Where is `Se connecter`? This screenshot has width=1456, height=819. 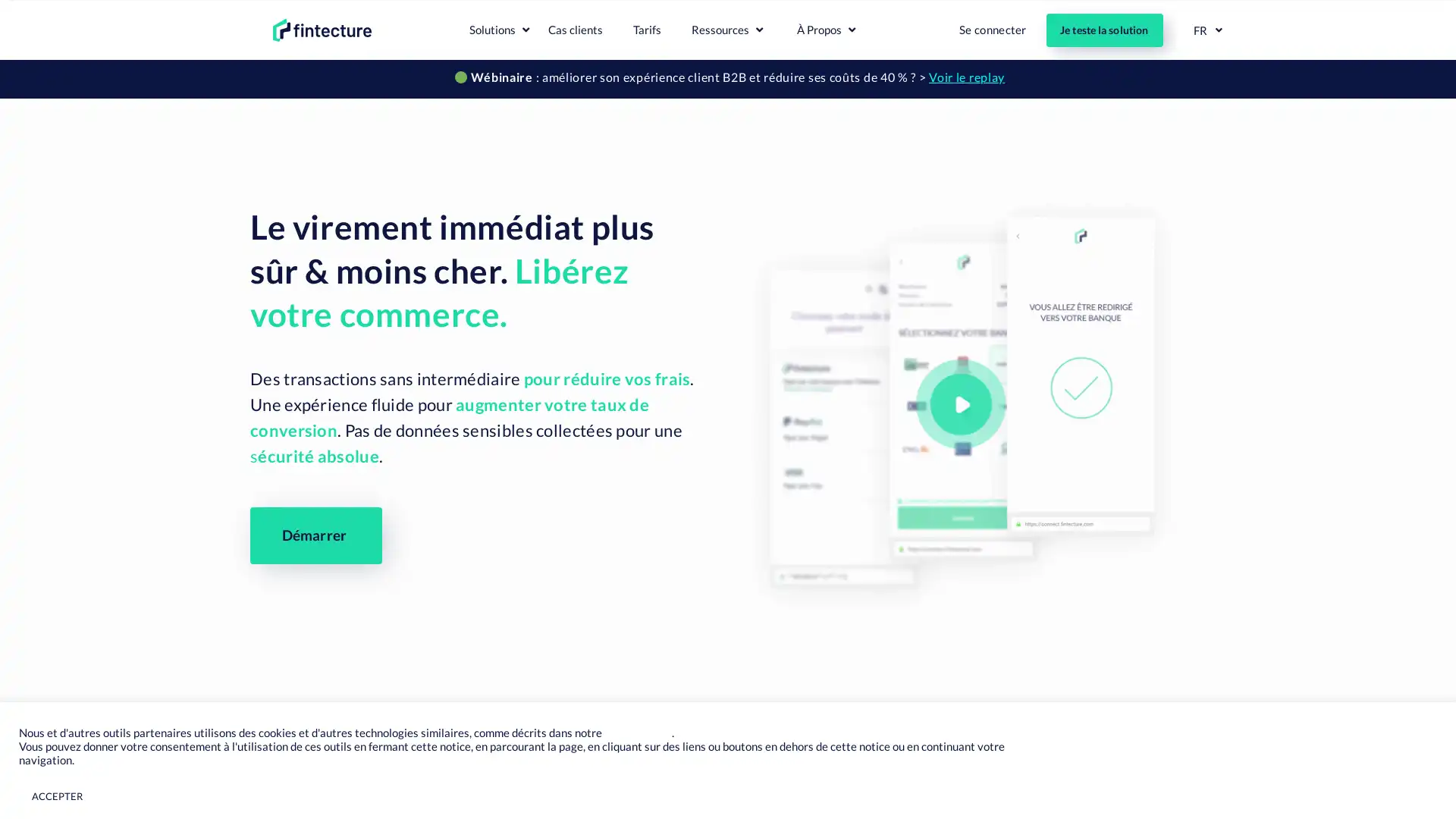 Se connecter is located at coordinates (993, 29).